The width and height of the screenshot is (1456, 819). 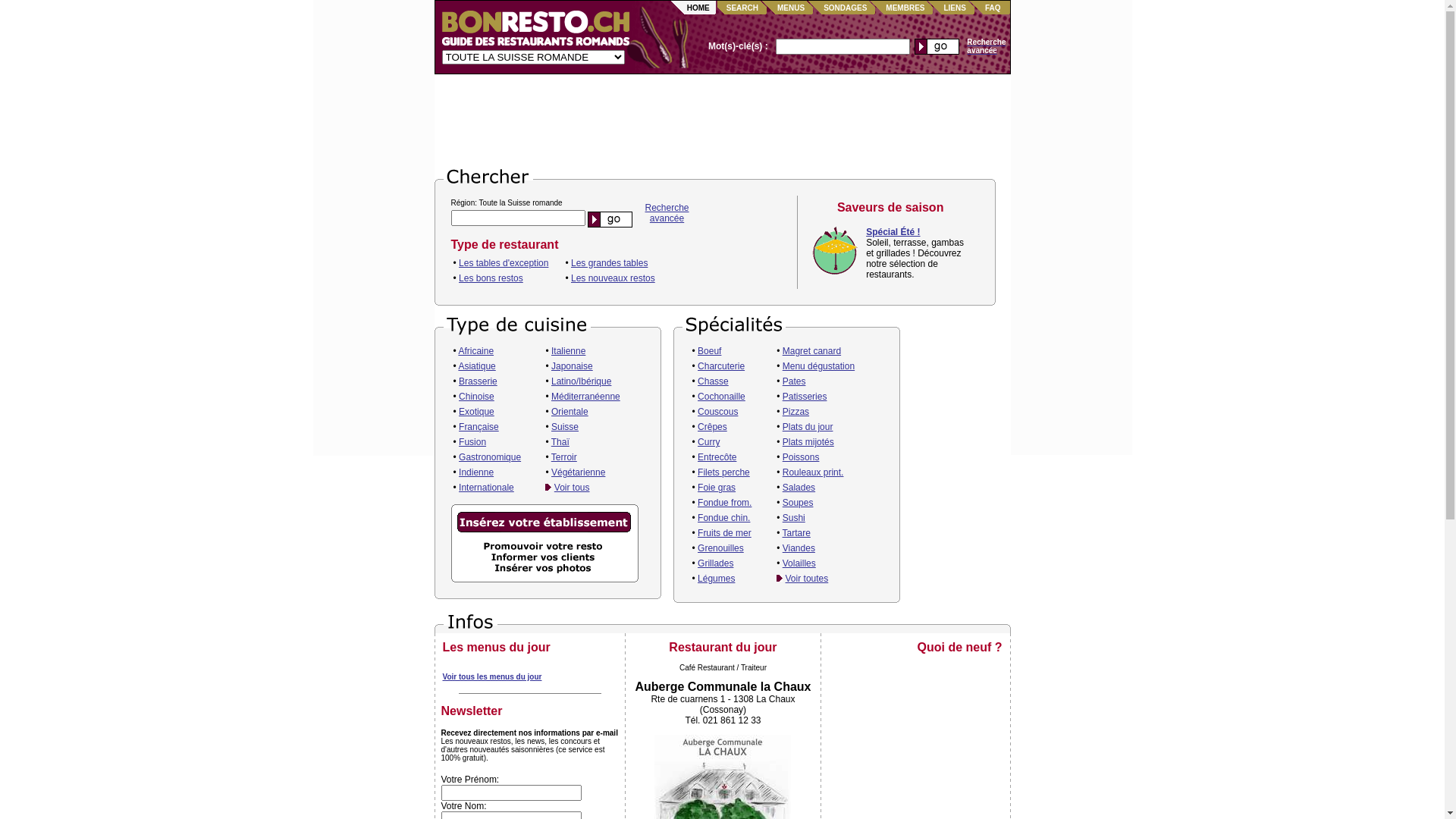 What do you see at coordinates (953, 7) in the screenshot?
I see `'LIENS'` at bounding box center [953, 7].